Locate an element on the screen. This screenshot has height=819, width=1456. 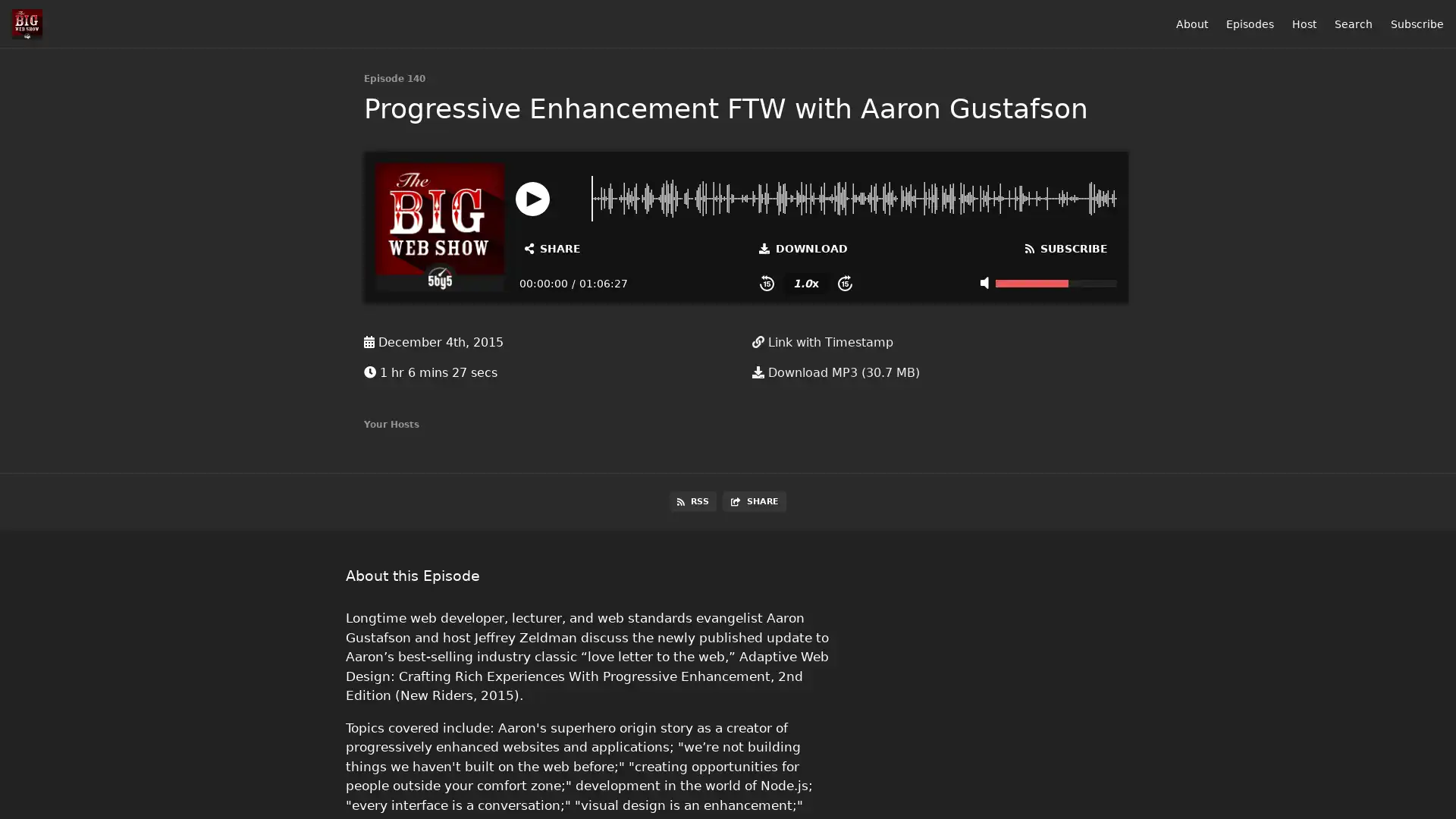
Skip Forward 15 Seconds is located at coordinates (844, 283).